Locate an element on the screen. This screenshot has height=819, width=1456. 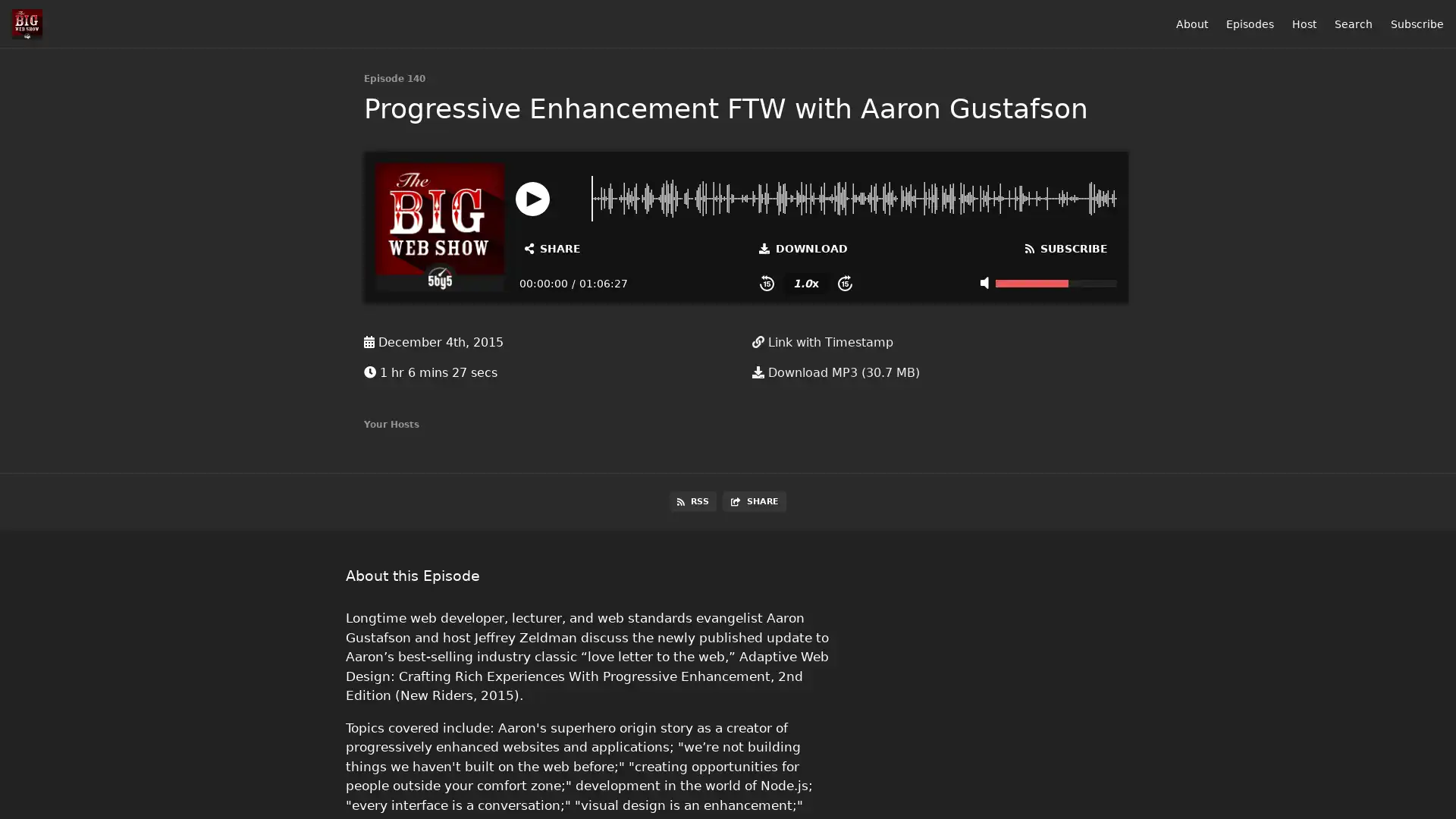
Skip Forward 15 Seconds is located at coordinates (844, 283).